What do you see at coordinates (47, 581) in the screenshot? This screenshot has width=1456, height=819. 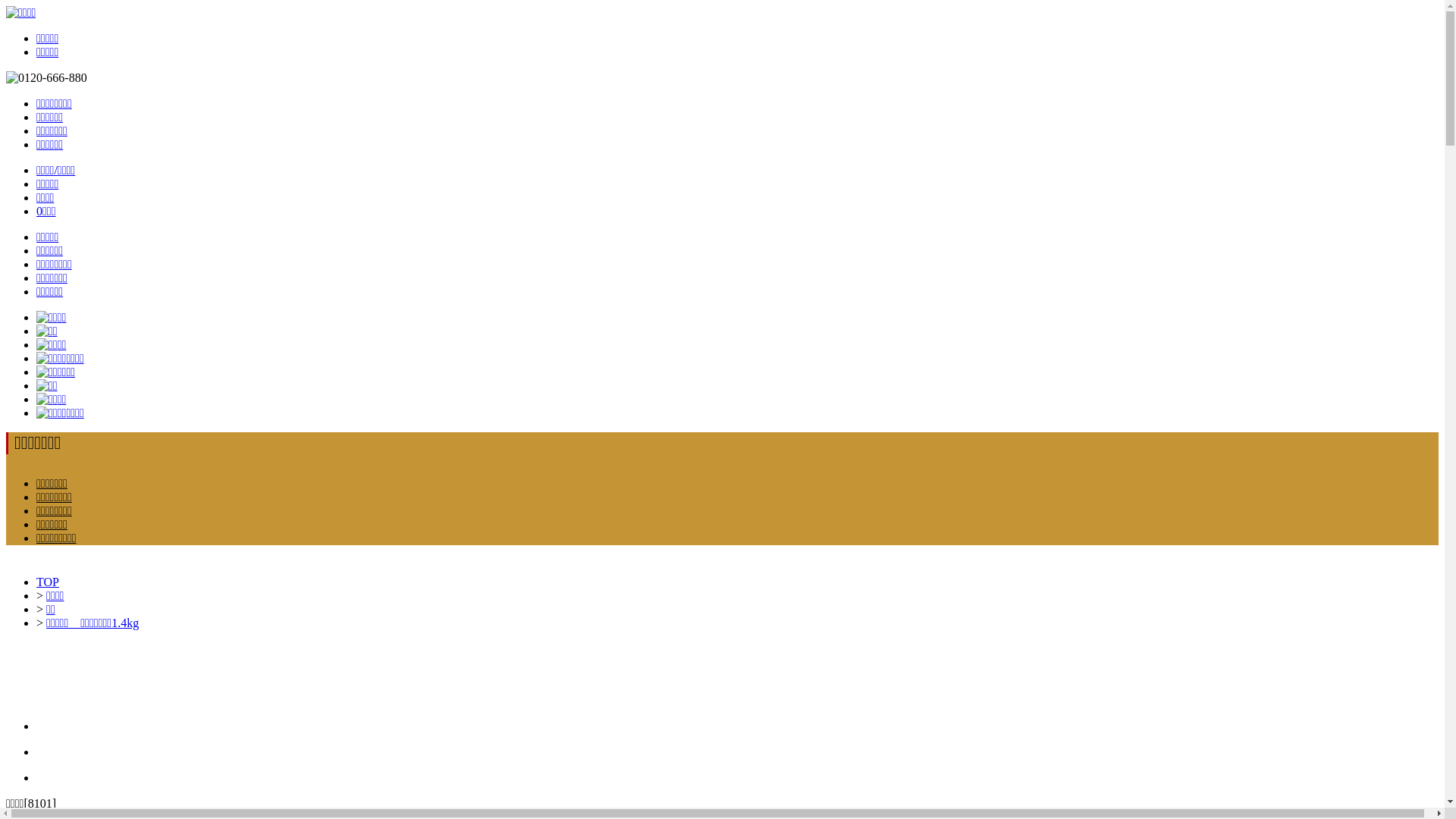 I see `'TOP'` at bounding box center [47, 581].